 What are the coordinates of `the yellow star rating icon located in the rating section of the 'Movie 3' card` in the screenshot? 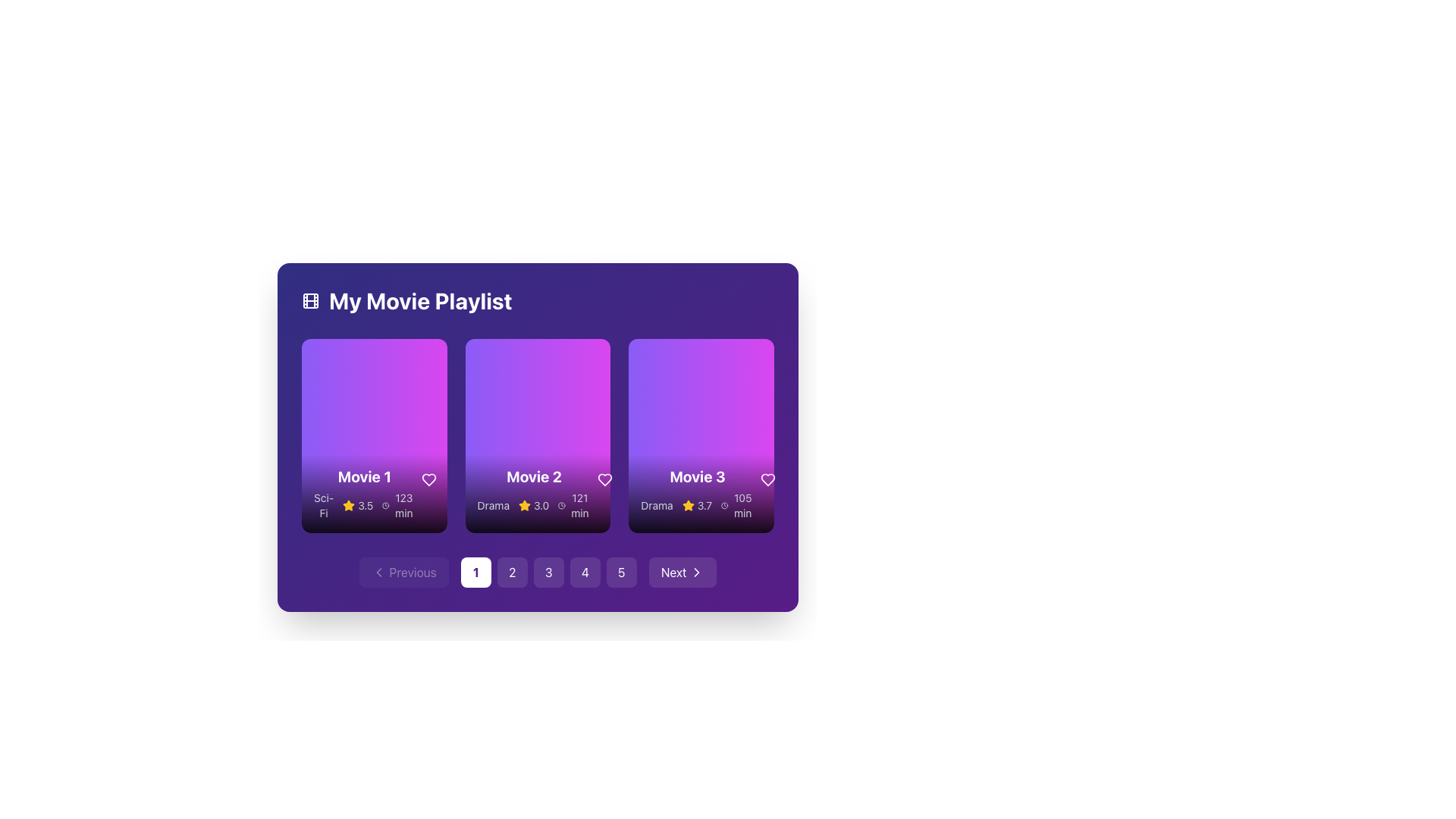 It's located at (687, 506).